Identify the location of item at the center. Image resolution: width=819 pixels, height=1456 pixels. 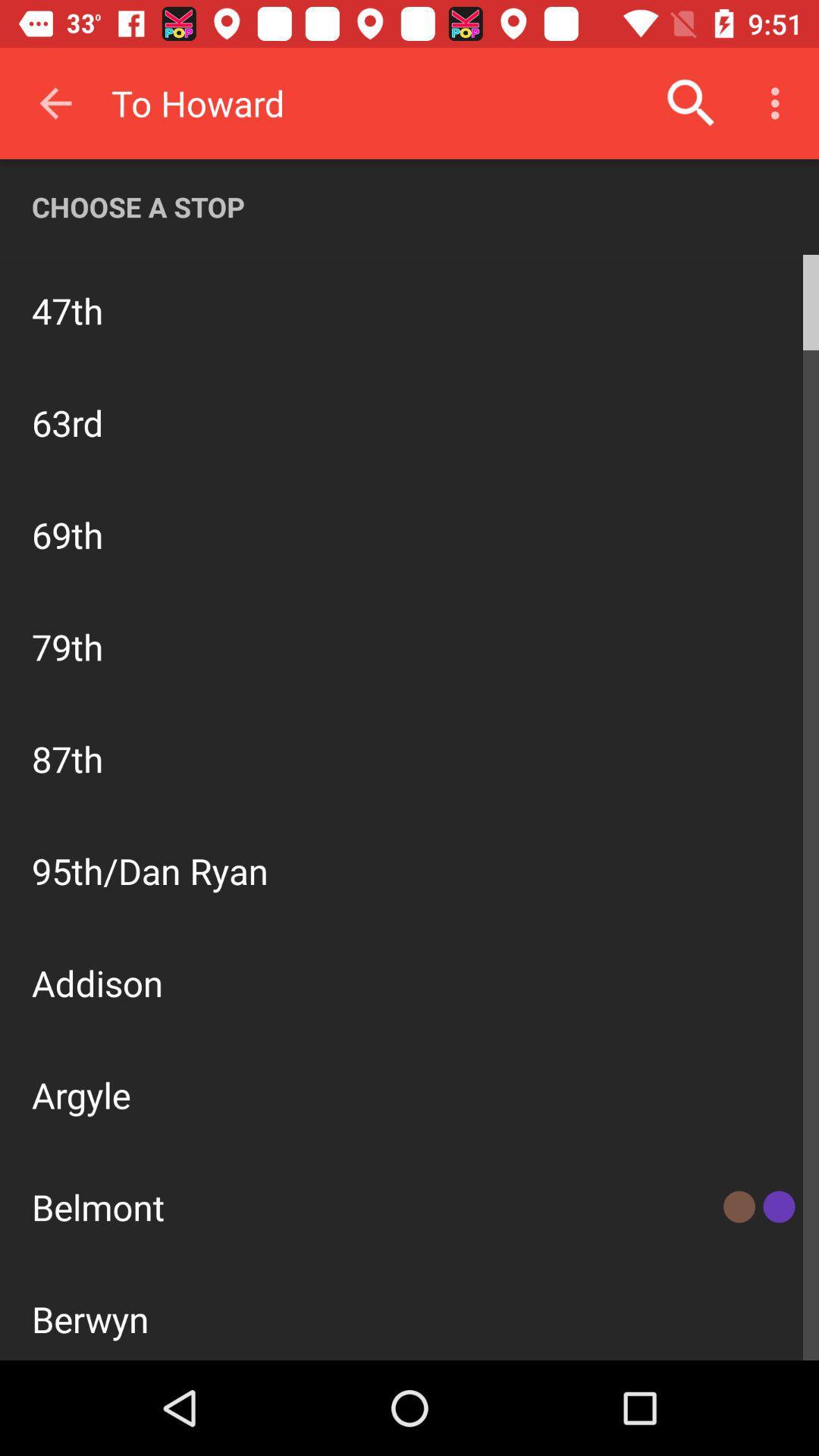
(409, 818).